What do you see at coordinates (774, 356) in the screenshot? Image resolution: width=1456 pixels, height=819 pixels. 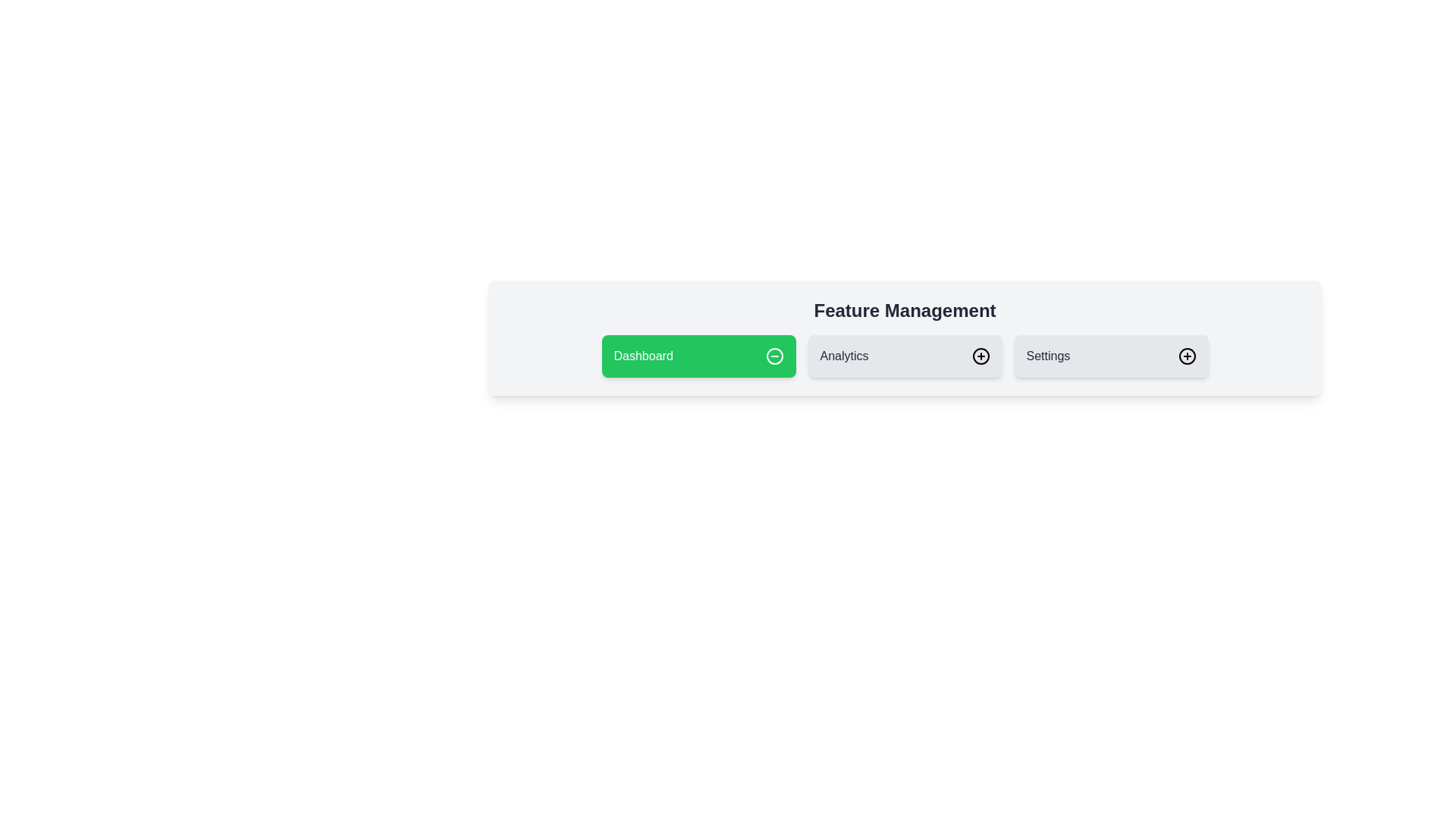 I see `the icon within the green rectangular button labeled 'Dashboard'` at bounding box center [774, 356].